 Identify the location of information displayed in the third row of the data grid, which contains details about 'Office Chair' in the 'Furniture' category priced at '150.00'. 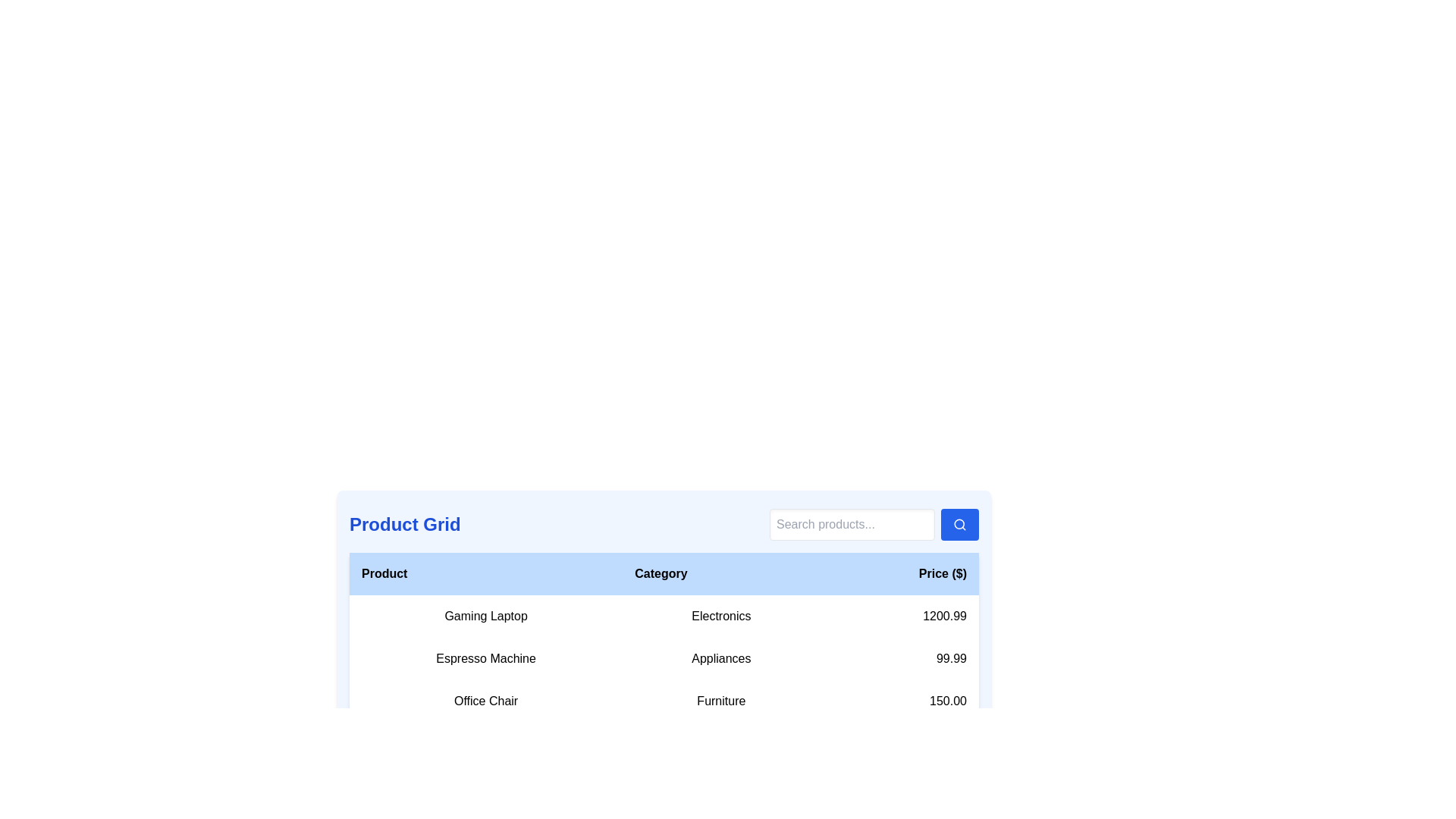
(664, 701).